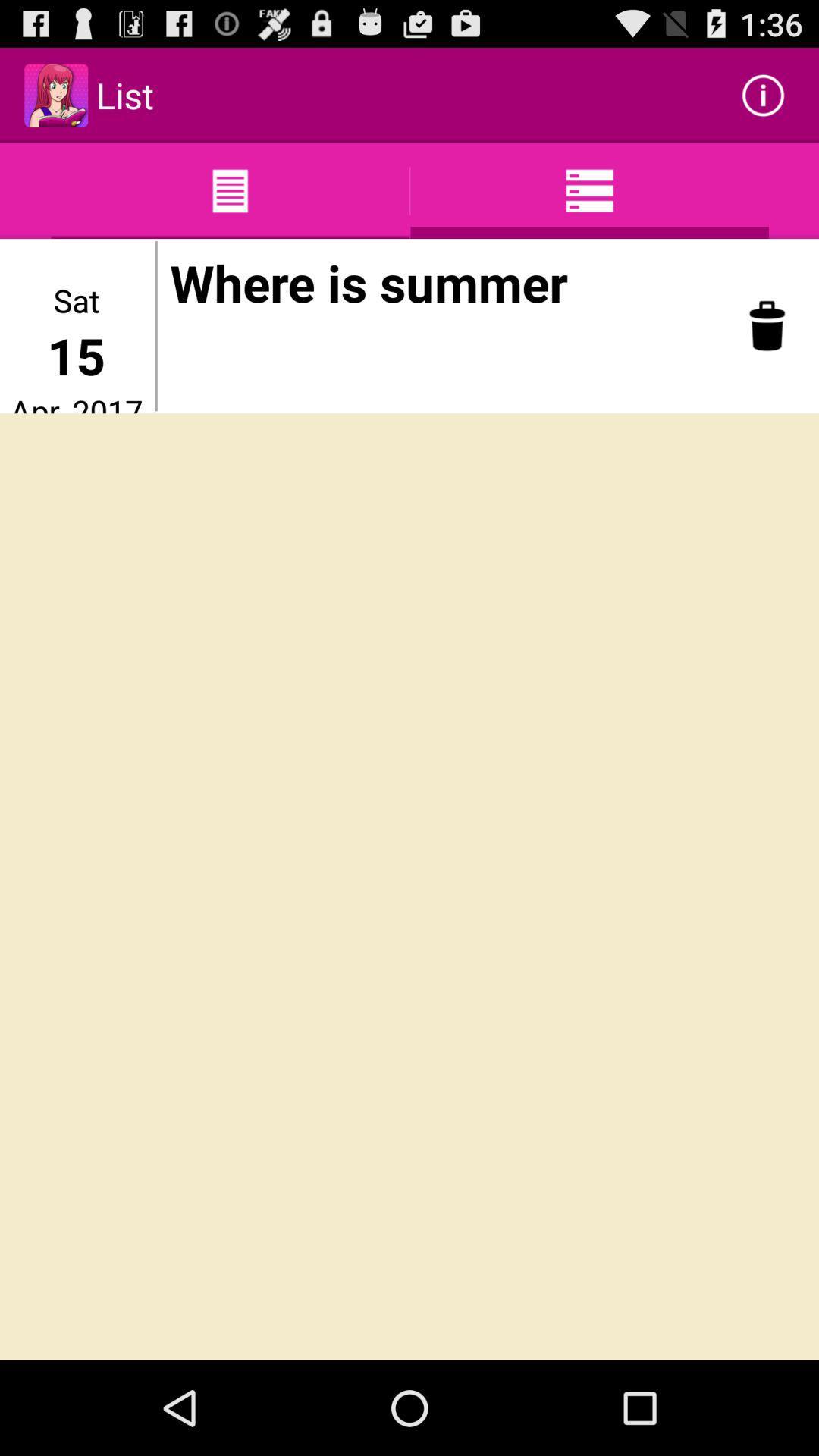 Image resolution: width=819 pixels, height=1456 pixels. Describe the element at coordinates (76, 355) in the screenshot. I see `the 15` at that location.